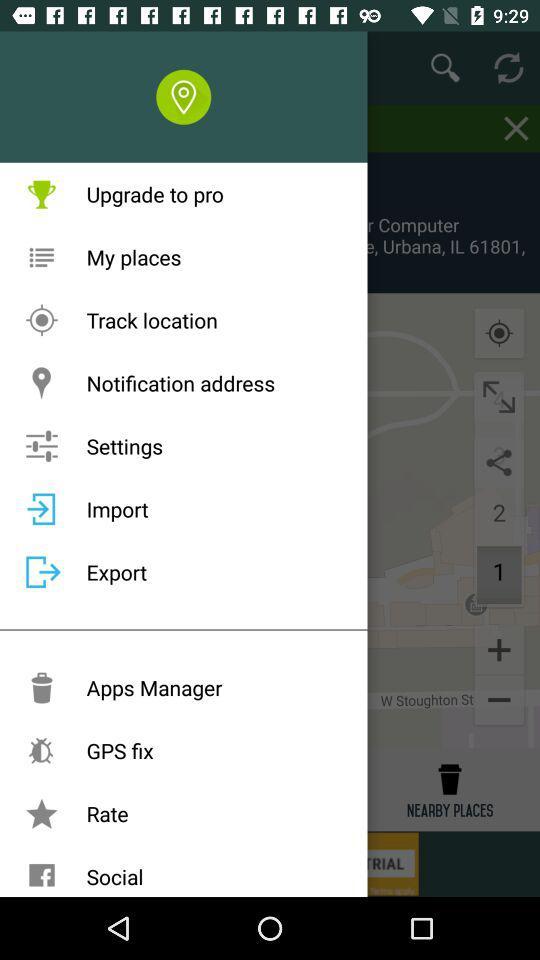  Describe the element at coordinates (498, 333) in the screenshot. I see `the location_crosshair icon` at that location.